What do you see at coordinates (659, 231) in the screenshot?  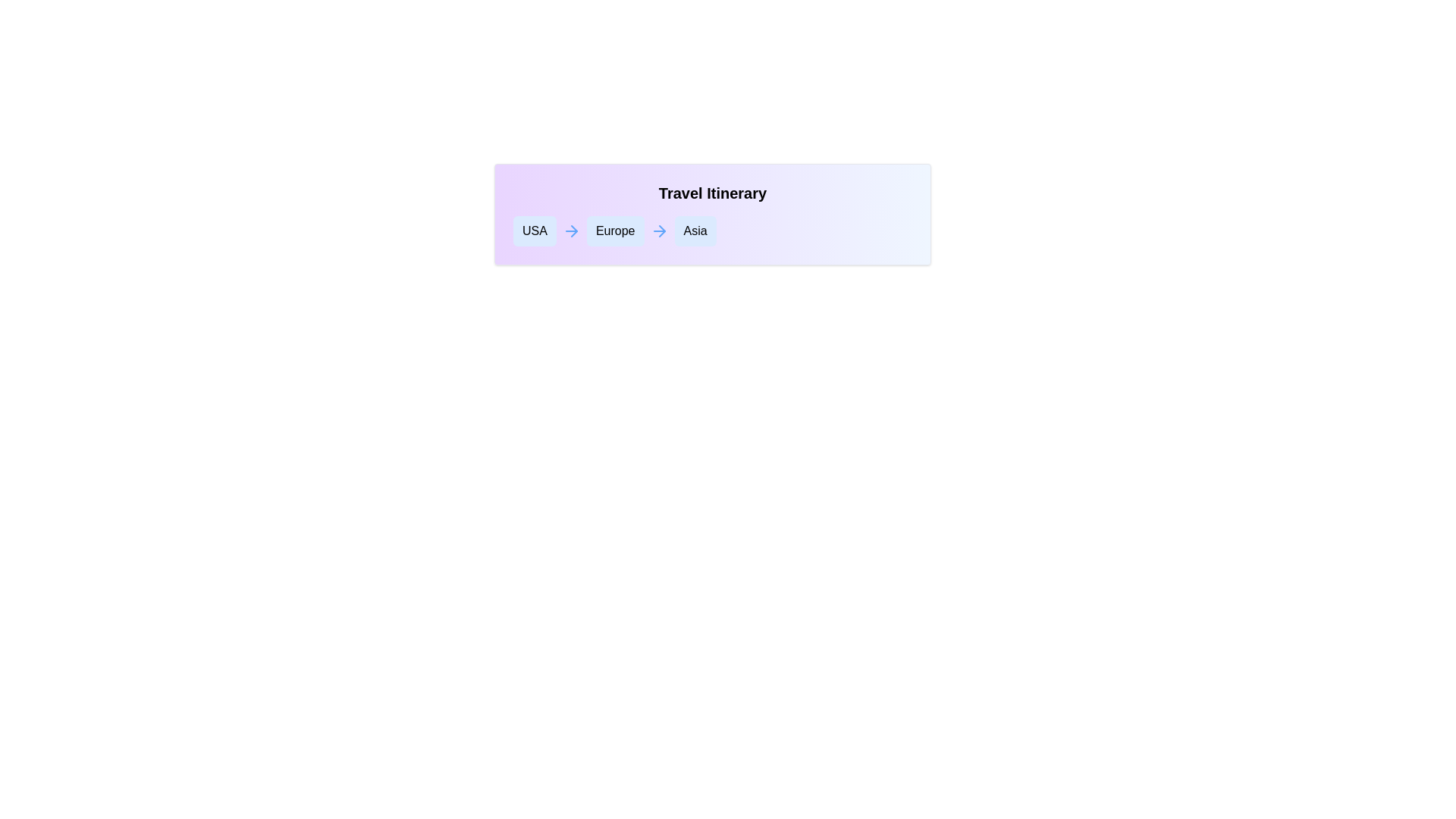 I see `the arrow icon that visually indicates progression between 'Europe' and 'Asia', positioned between the 'Europe' button and the 'Asia' button` at bounding box center [659, 231].